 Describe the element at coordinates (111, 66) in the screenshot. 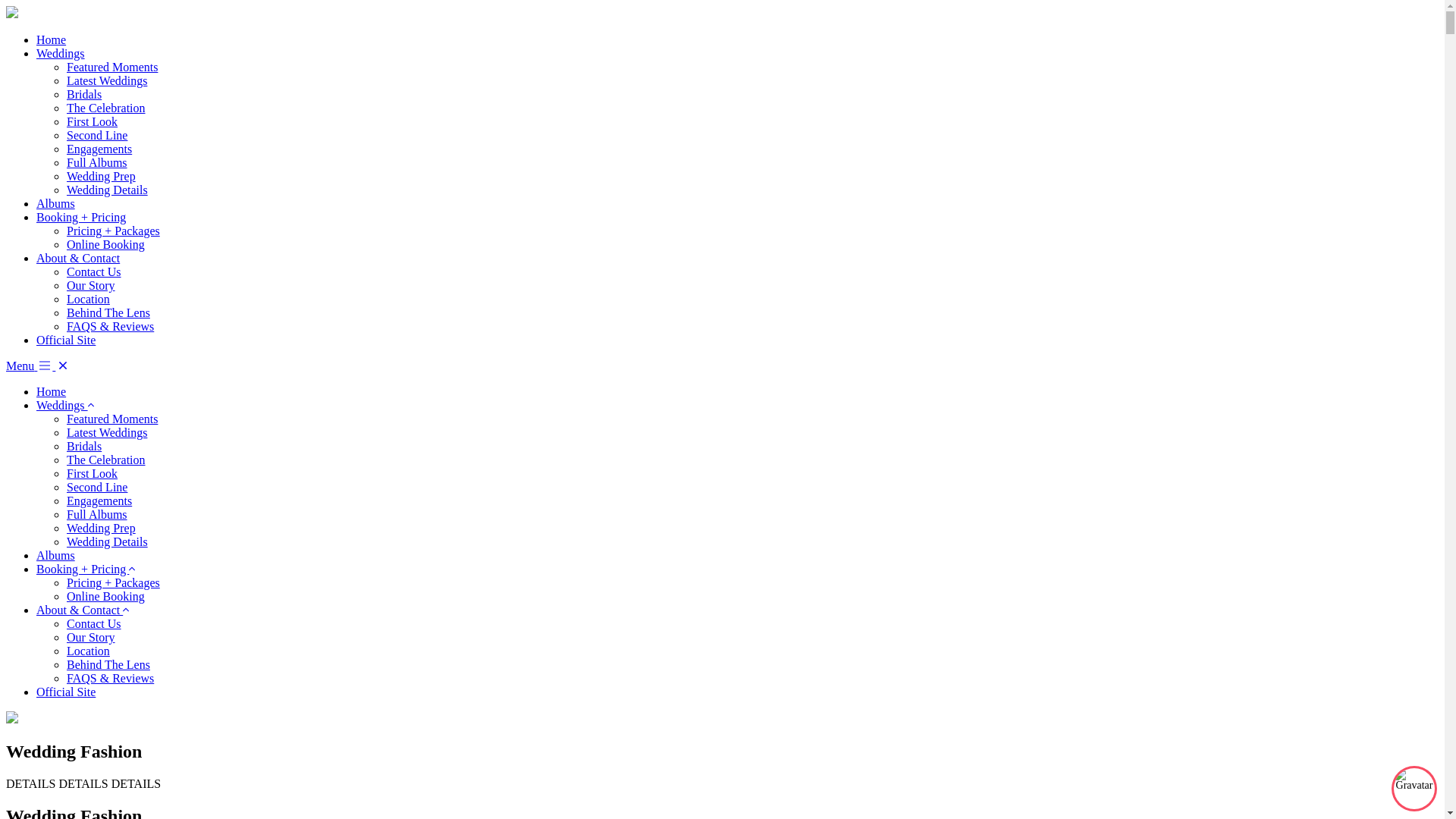

I see `'Featured Moments'` at that location.